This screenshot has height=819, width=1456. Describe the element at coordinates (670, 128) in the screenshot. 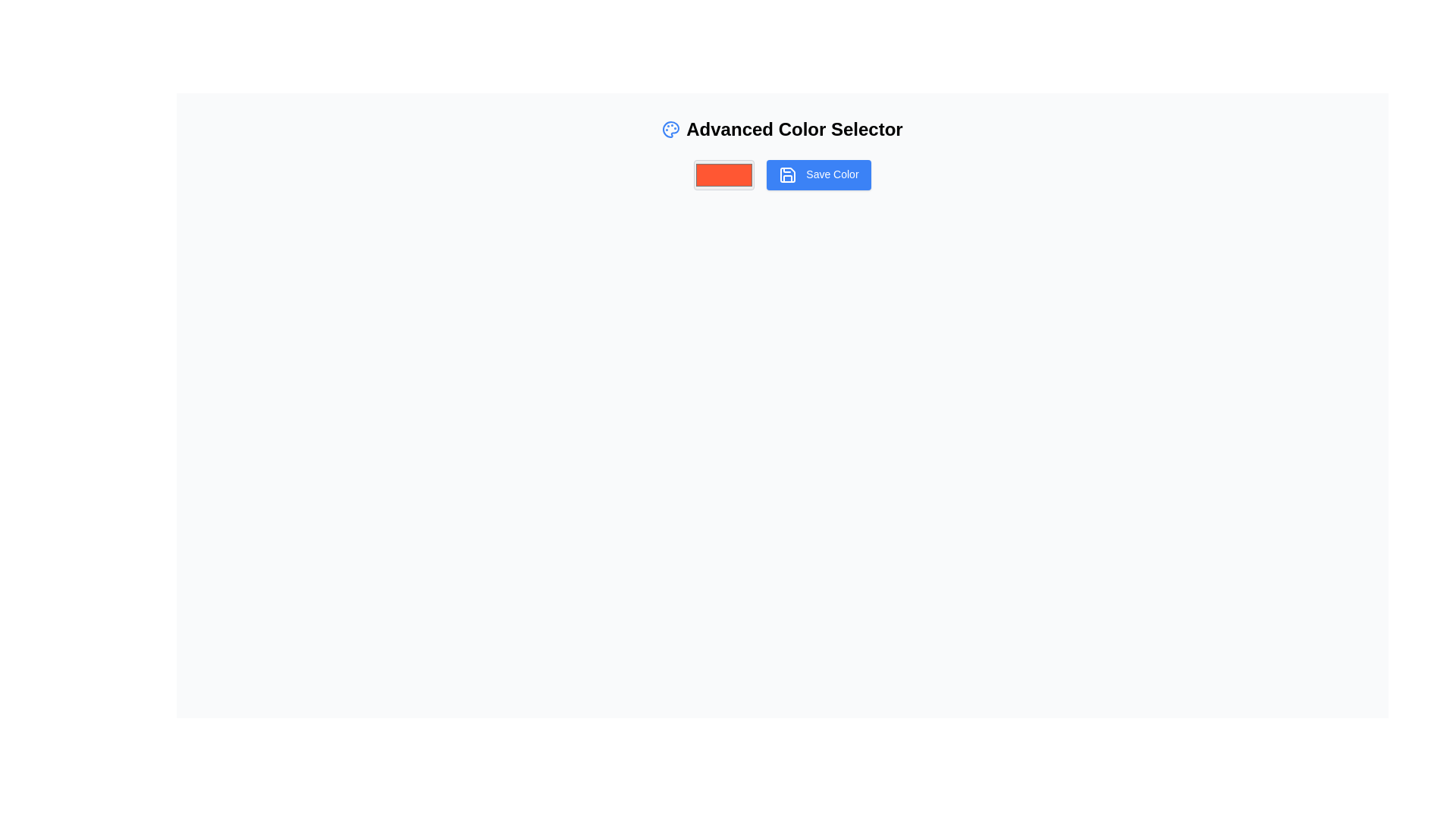

I see `the small blue palette icon with circular holes located to the left of the 'Advanced Color Selector' text` at that location.